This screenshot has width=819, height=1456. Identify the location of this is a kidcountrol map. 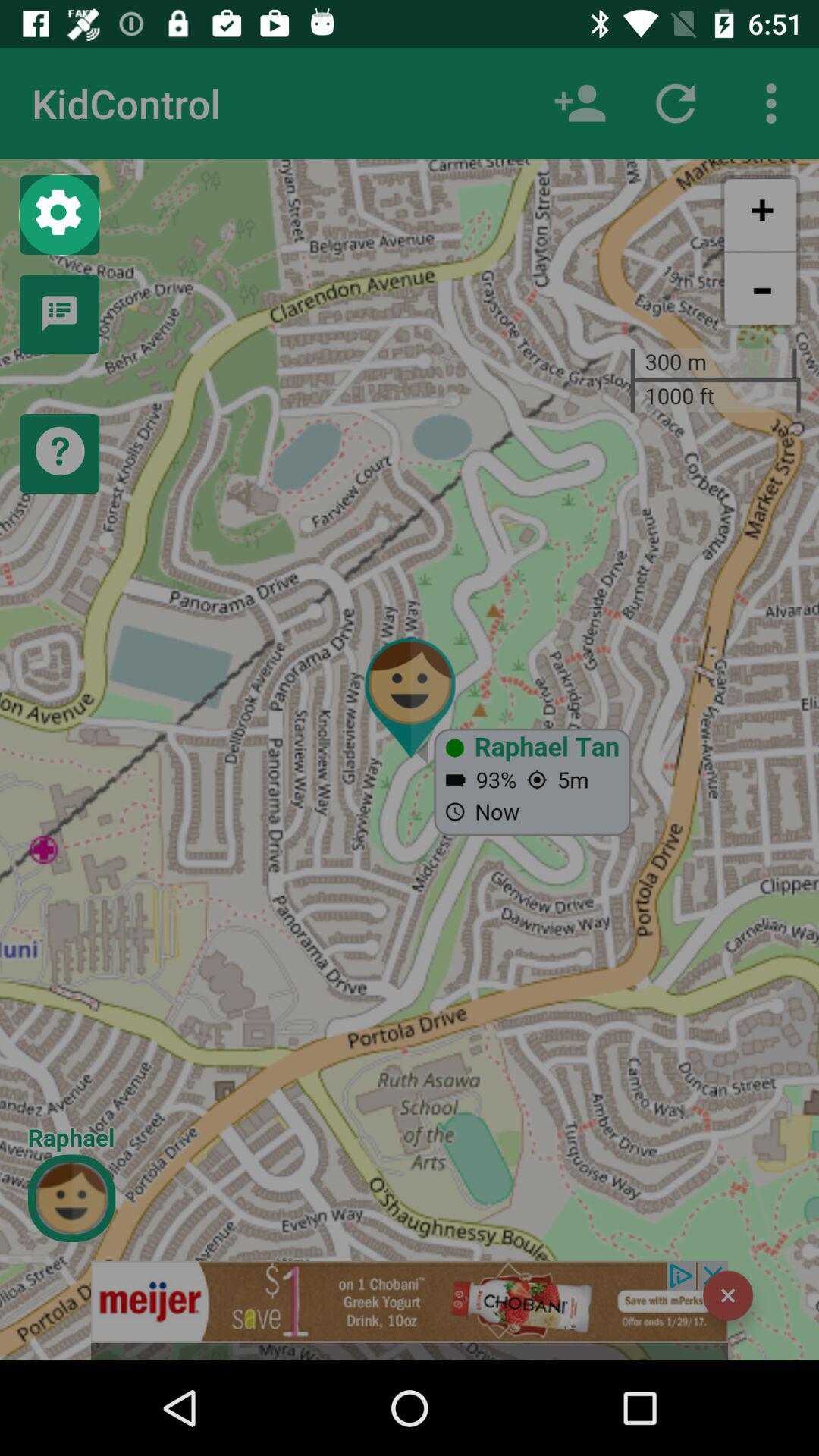
(409, 1310).